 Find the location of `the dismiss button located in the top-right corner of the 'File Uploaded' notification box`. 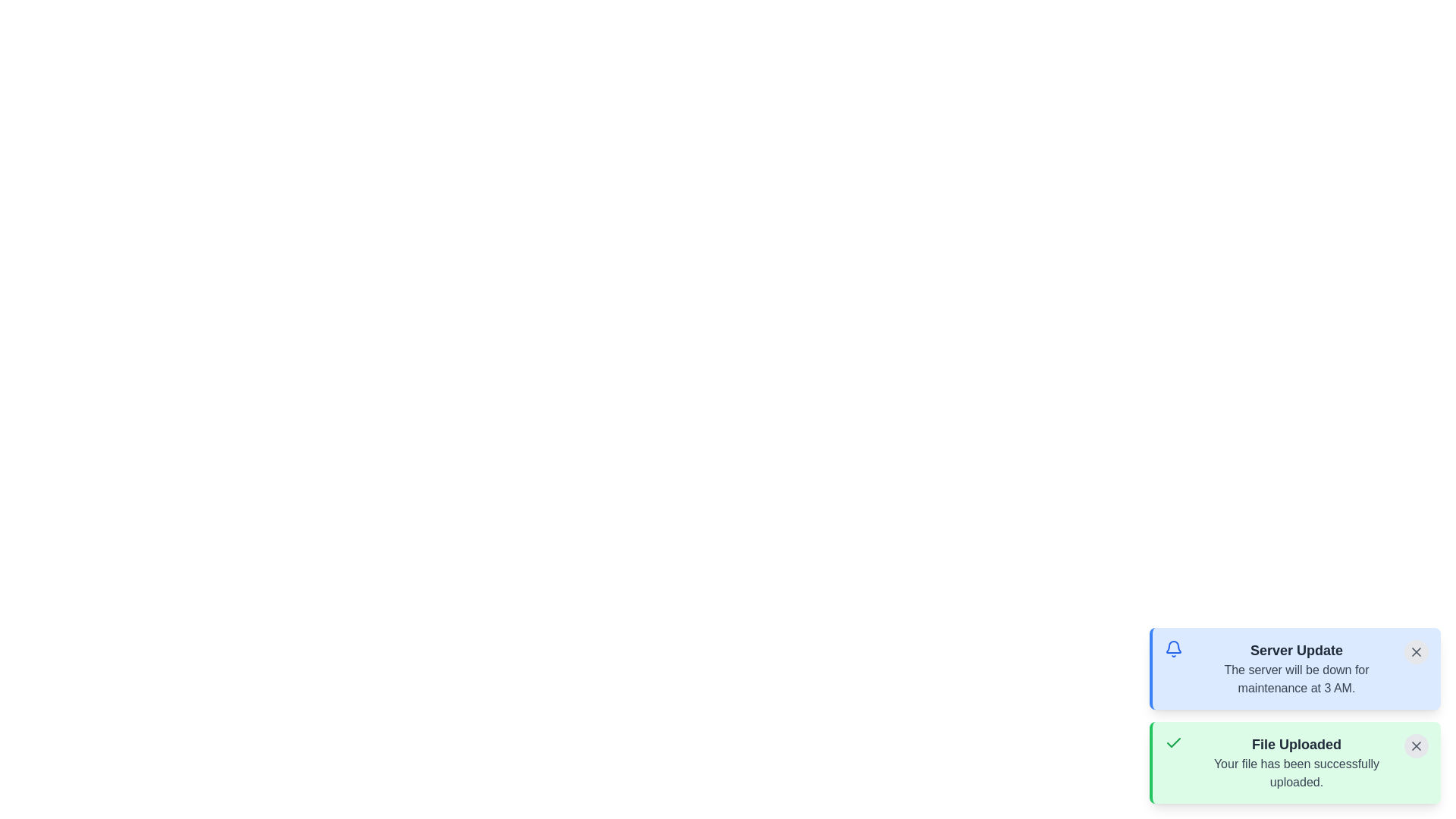

the dismiss button located in the top-right corner of the 'File Uploaded' notification box is located at coordinates (1415, 745).